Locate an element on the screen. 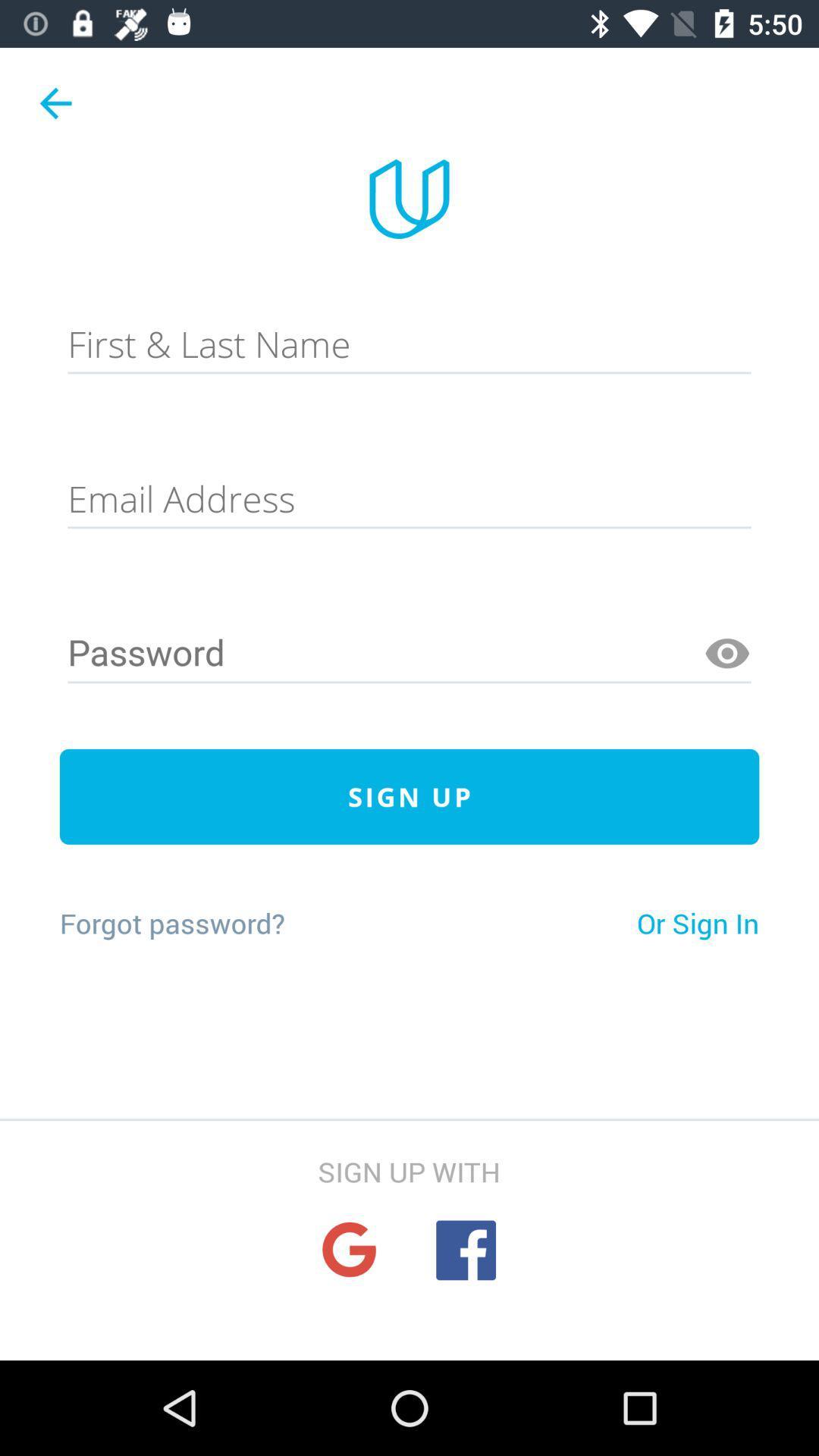  use google account to sign up is located at coordinates (349, 1250).